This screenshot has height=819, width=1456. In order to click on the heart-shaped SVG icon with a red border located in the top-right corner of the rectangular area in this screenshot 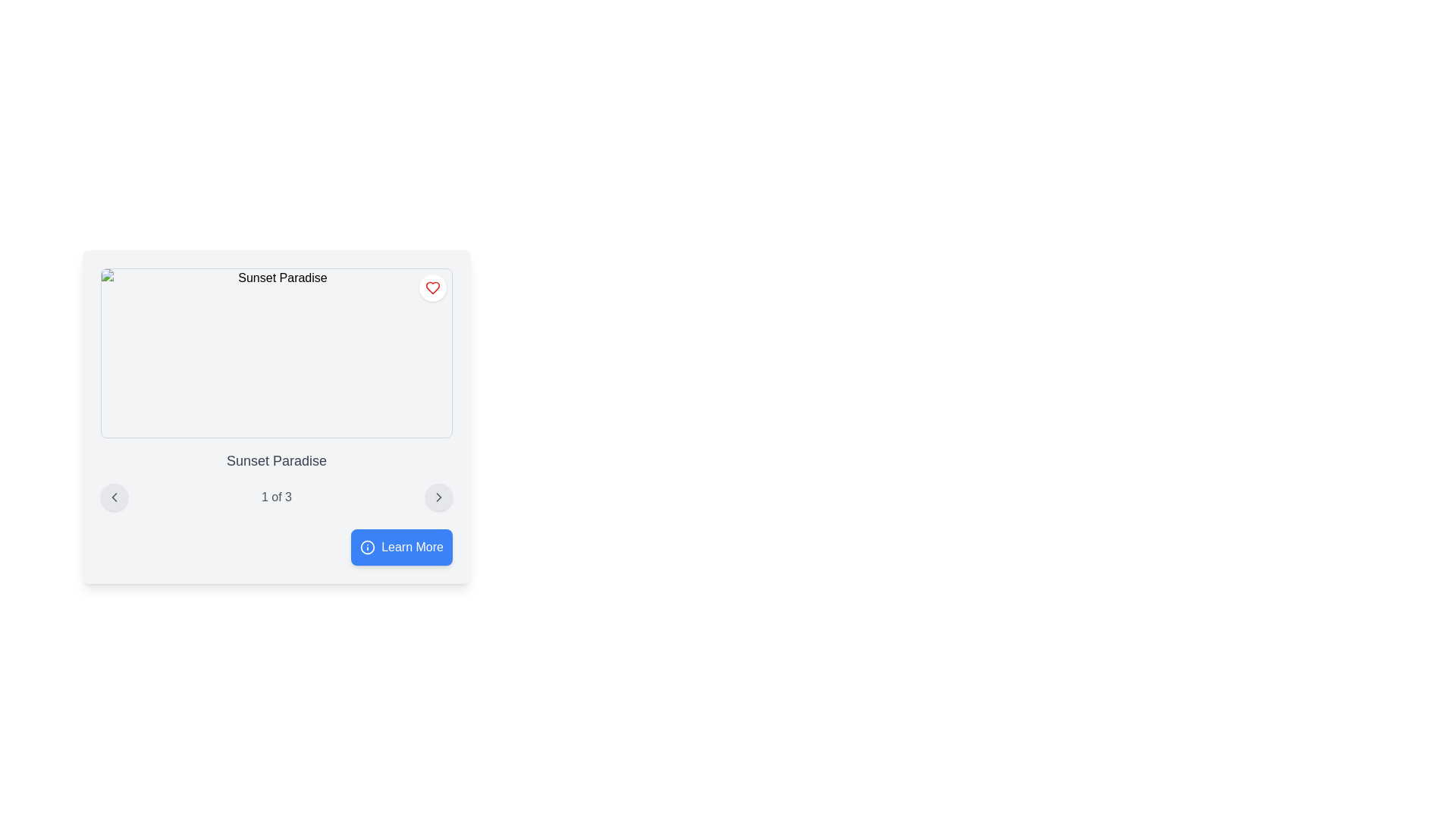, I will do `click(432, 288)`.